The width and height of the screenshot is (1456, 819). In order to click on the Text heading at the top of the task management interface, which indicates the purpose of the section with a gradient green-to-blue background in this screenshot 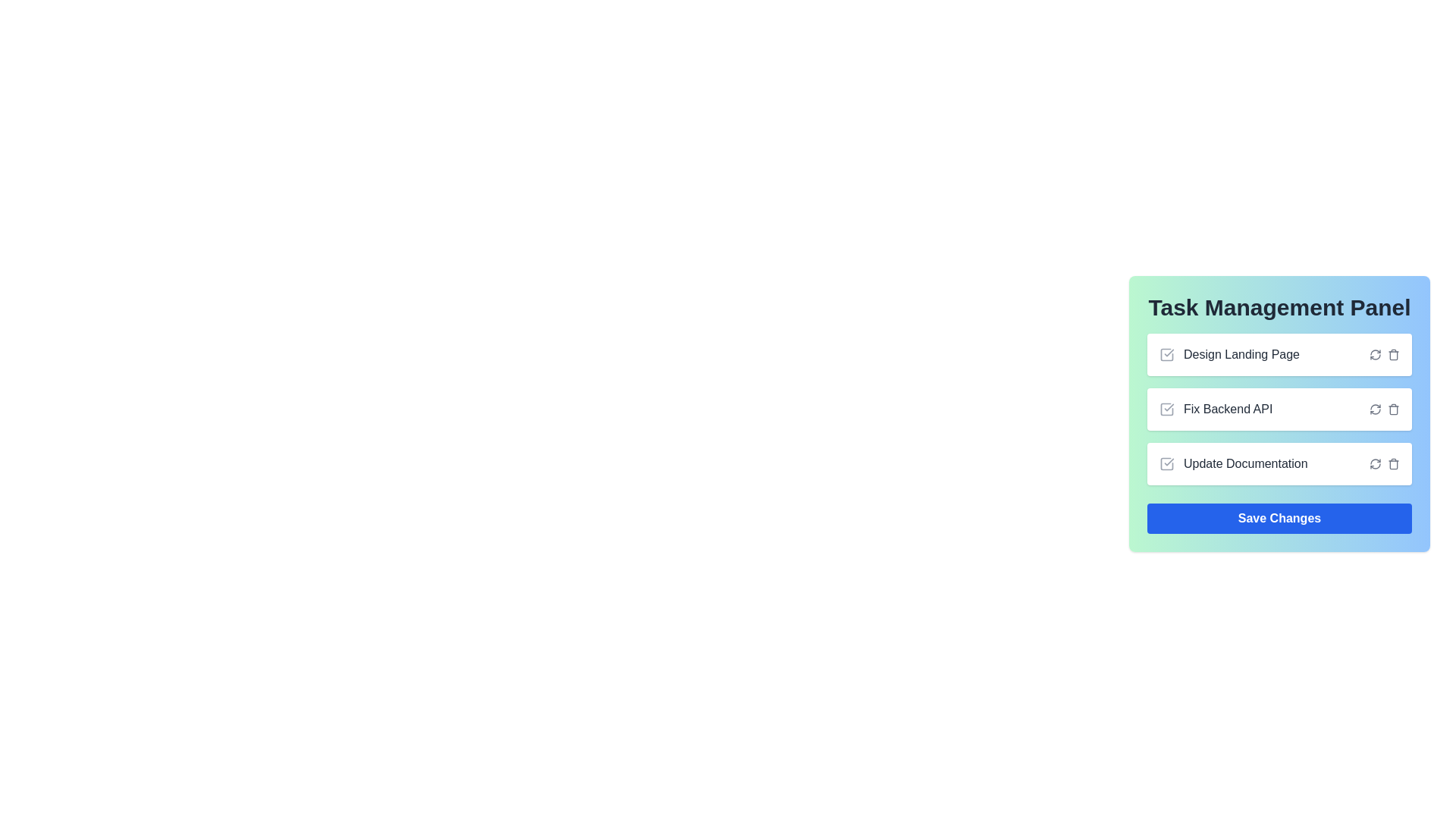, I will do `click(1279, 307)`.